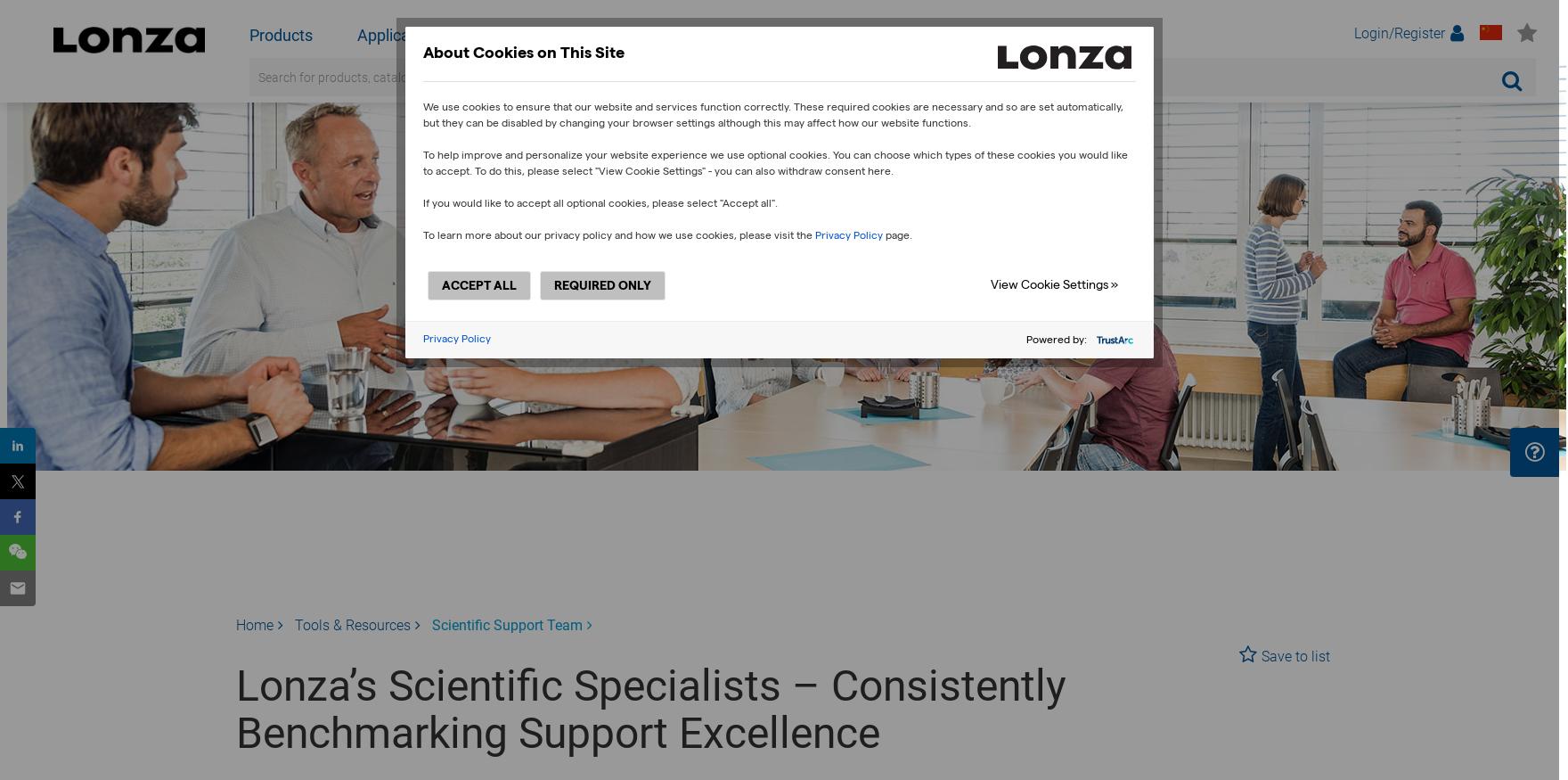 Image resolution: width=1568 pixels, height=780 pixels. I want to click on 'Our Company', so click(711, 34).